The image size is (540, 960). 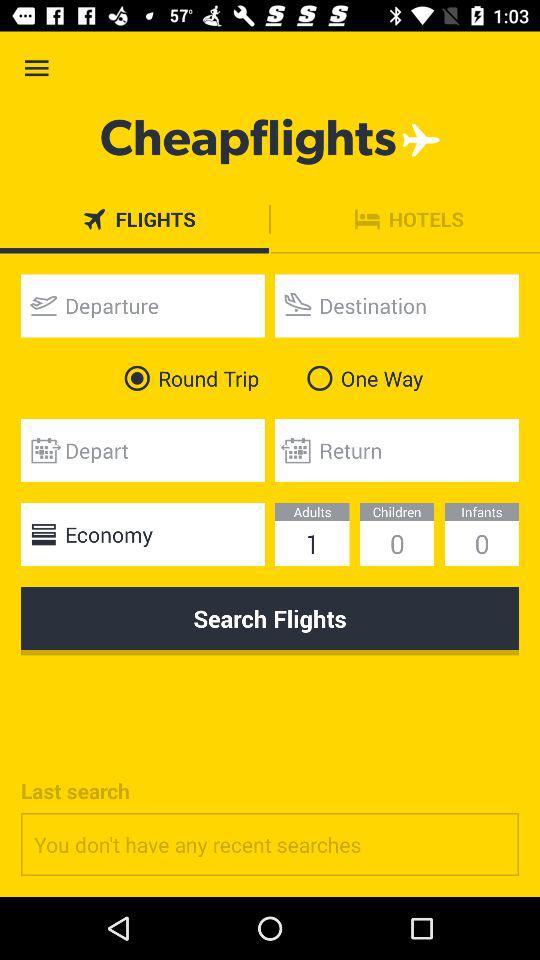 I want to click on return date, so click(x=397, y=450).